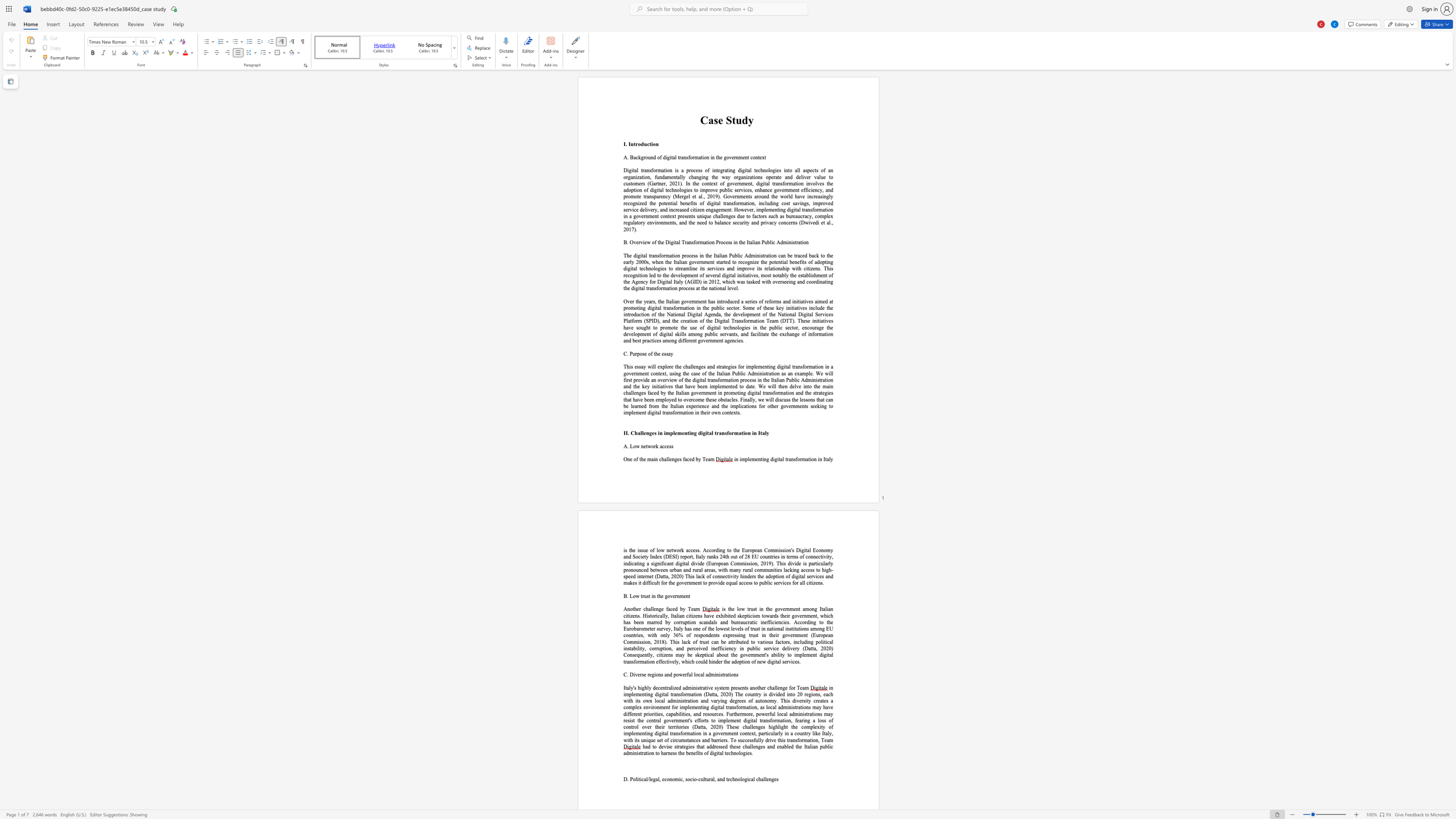 The height and width of the screenshot is (819, 1456). What do you see at coordinates (721, 333) in the screenshot?
I see `the 1th character "s" in the text` at bounding box center [721, 333].